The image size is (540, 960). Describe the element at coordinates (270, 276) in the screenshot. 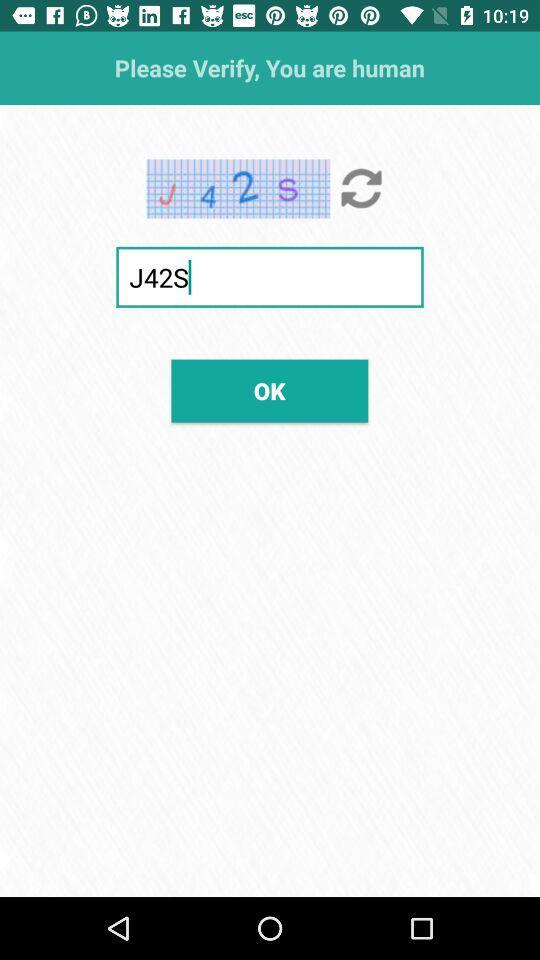

I see `the item above ok item` at that location.